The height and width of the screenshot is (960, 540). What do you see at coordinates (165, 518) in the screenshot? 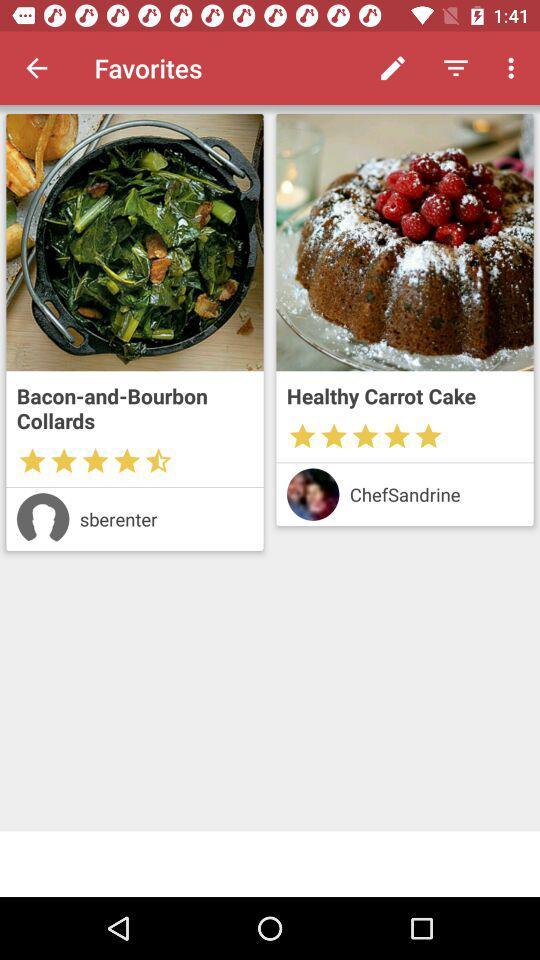
I see `sberenter` at bounding box center [165, 518].